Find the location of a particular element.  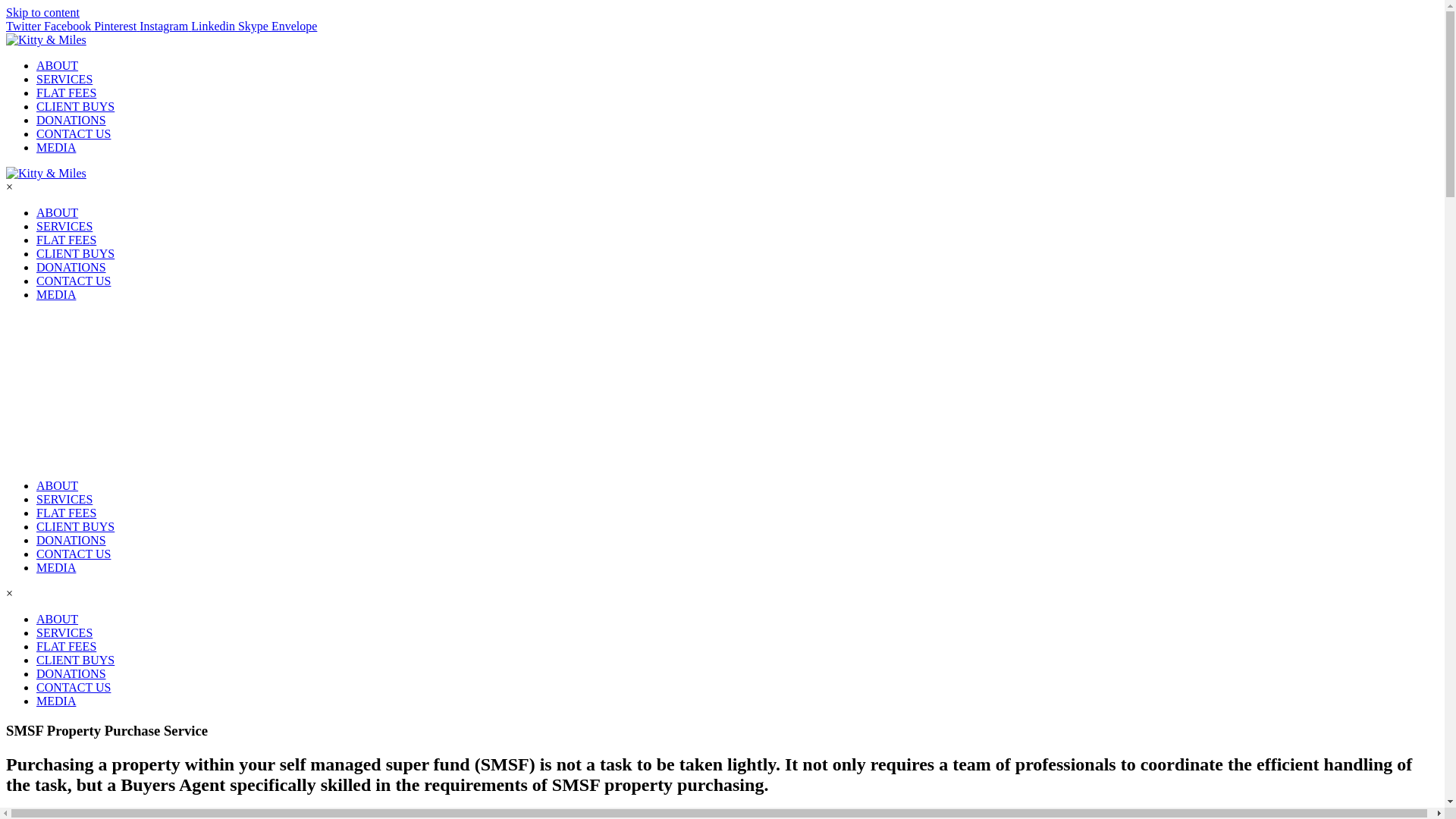

'CONTACT US' is located at coordinates (72, 687).